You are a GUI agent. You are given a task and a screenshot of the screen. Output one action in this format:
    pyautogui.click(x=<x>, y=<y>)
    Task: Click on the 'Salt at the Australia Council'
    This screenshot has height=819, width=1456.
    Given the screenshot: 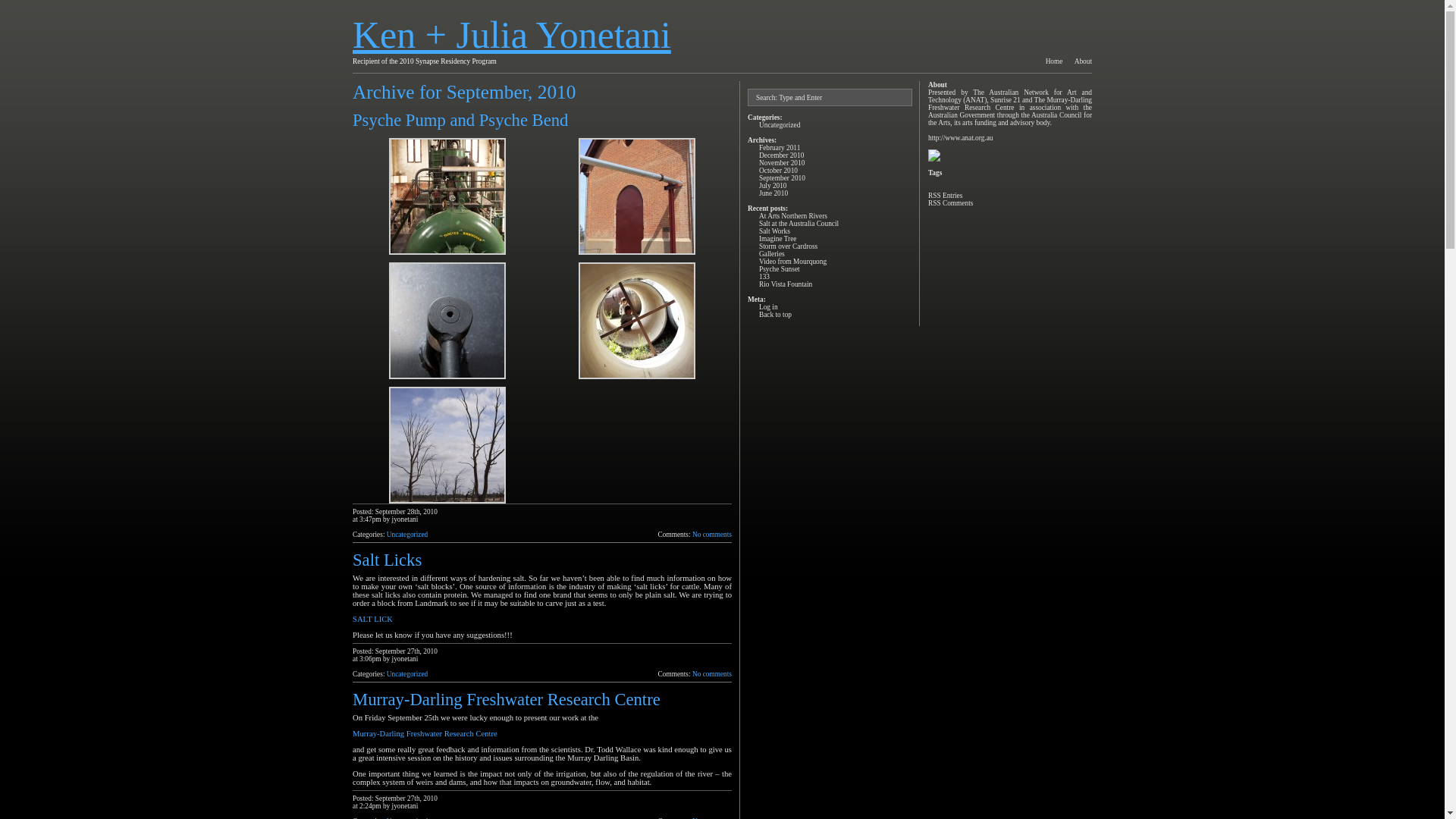 What is the action you would take?
    pyautogui.click(x=798, y=223)
    